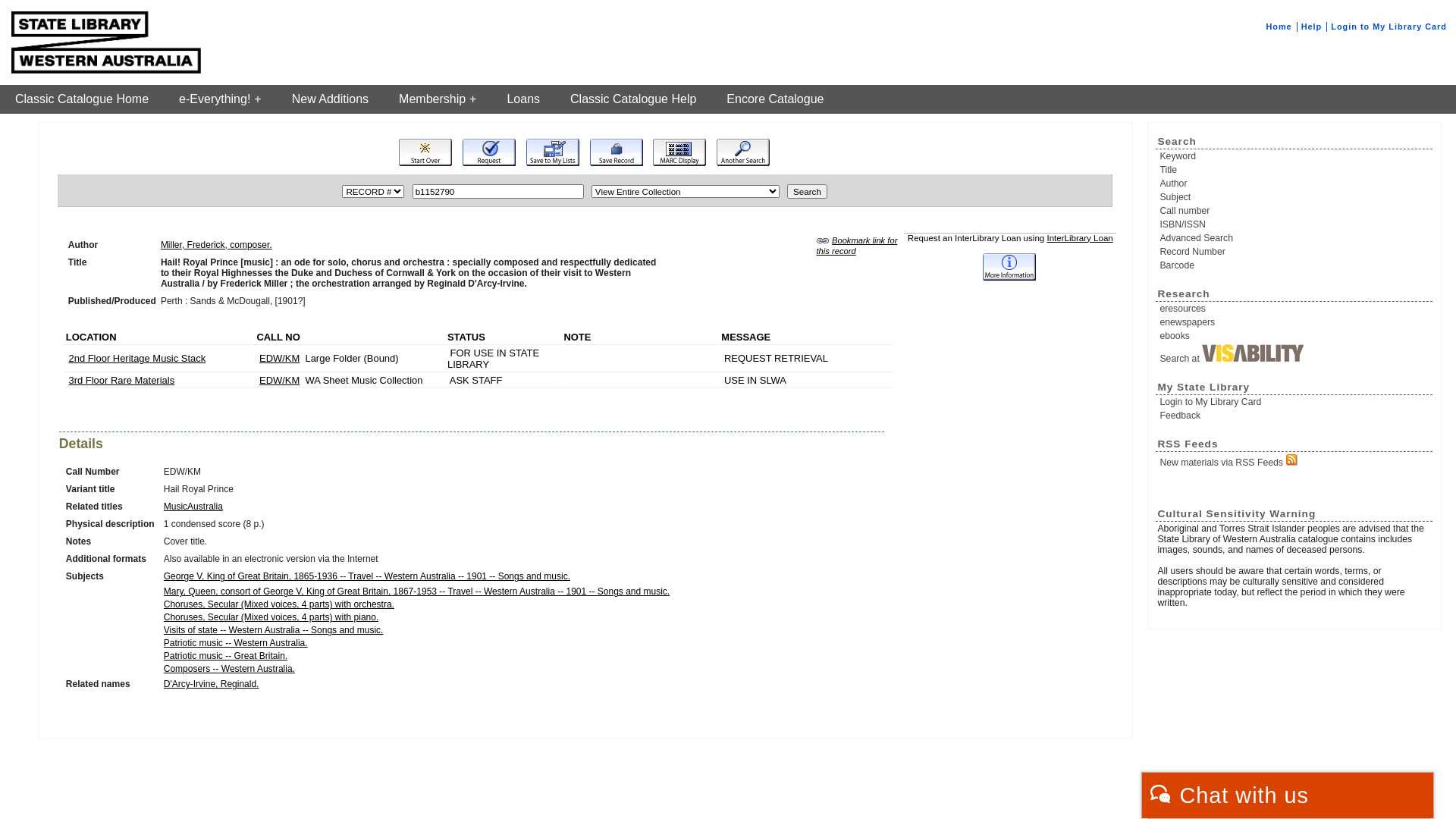  I want to click on 'Miller, Frederick, composer.', so click(215, 244).